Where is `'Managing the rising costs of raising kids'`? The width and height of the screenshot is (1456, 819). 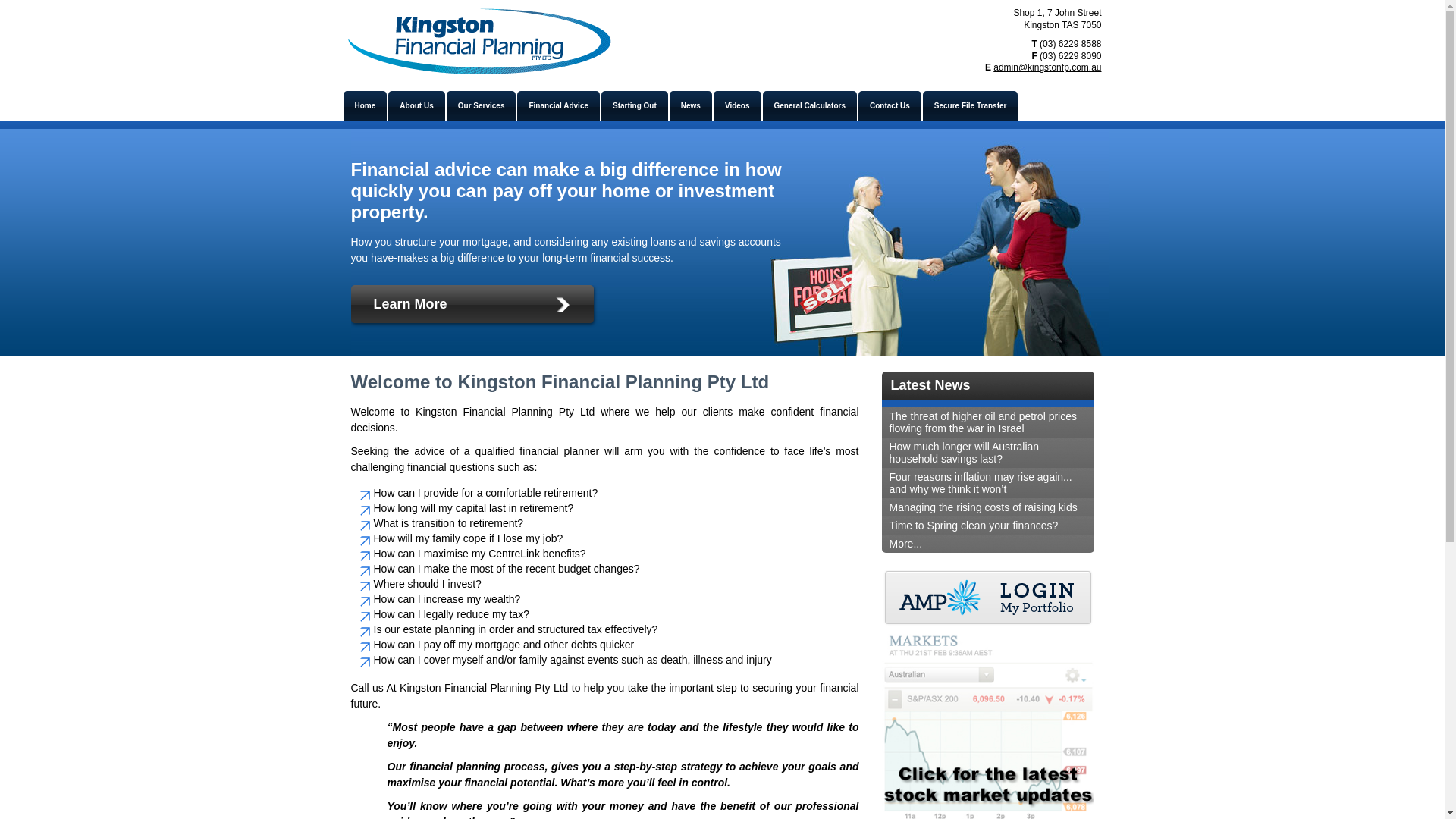
'Managing the rising costs of raising kids' is located at coordinates (987, 507).